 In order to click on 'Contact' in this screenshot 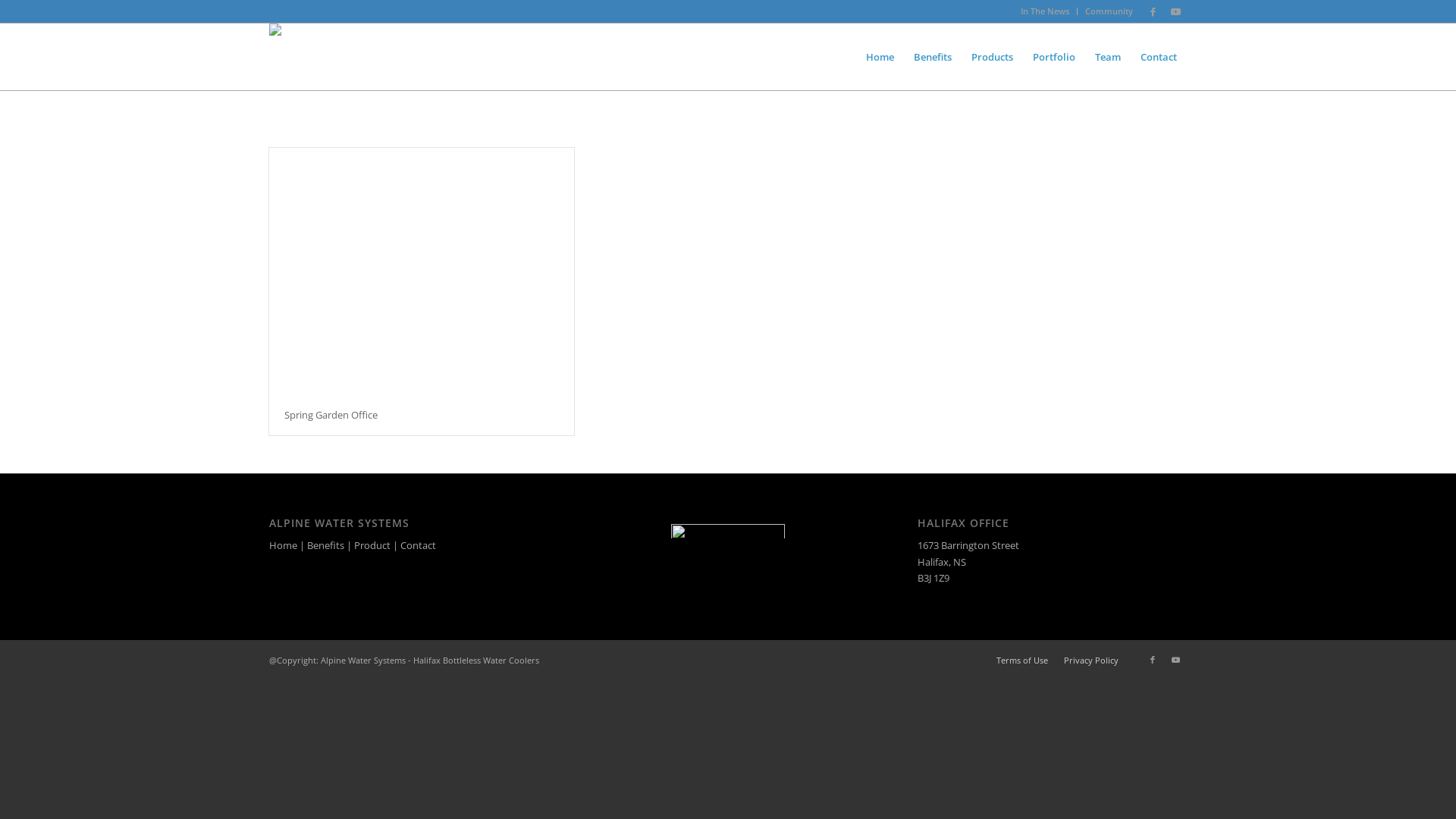, I will do `click(418, 544)`.